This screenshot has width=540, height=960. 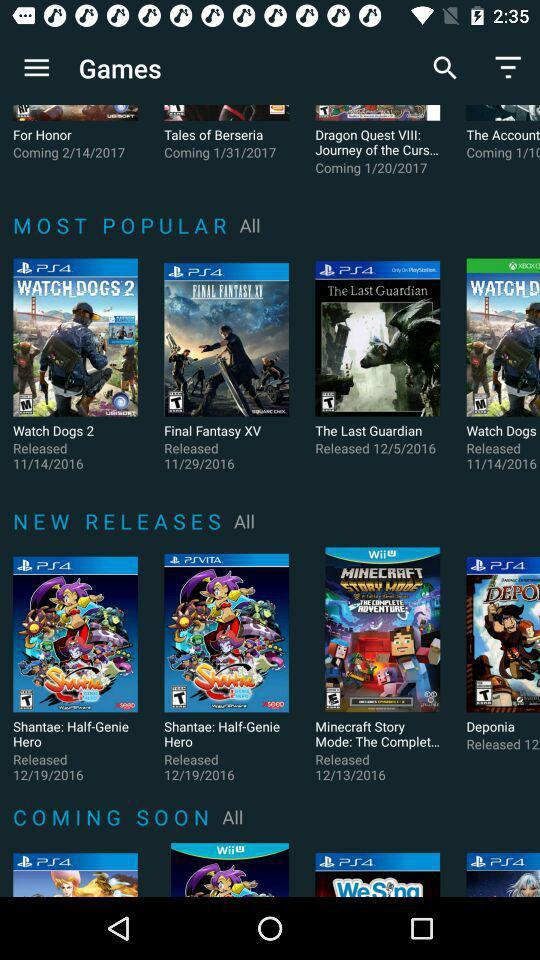 What do you see at coordinates (36, 68) in the screenshot?
I see `the icon next to the games item` at bounding box center [36, 68].